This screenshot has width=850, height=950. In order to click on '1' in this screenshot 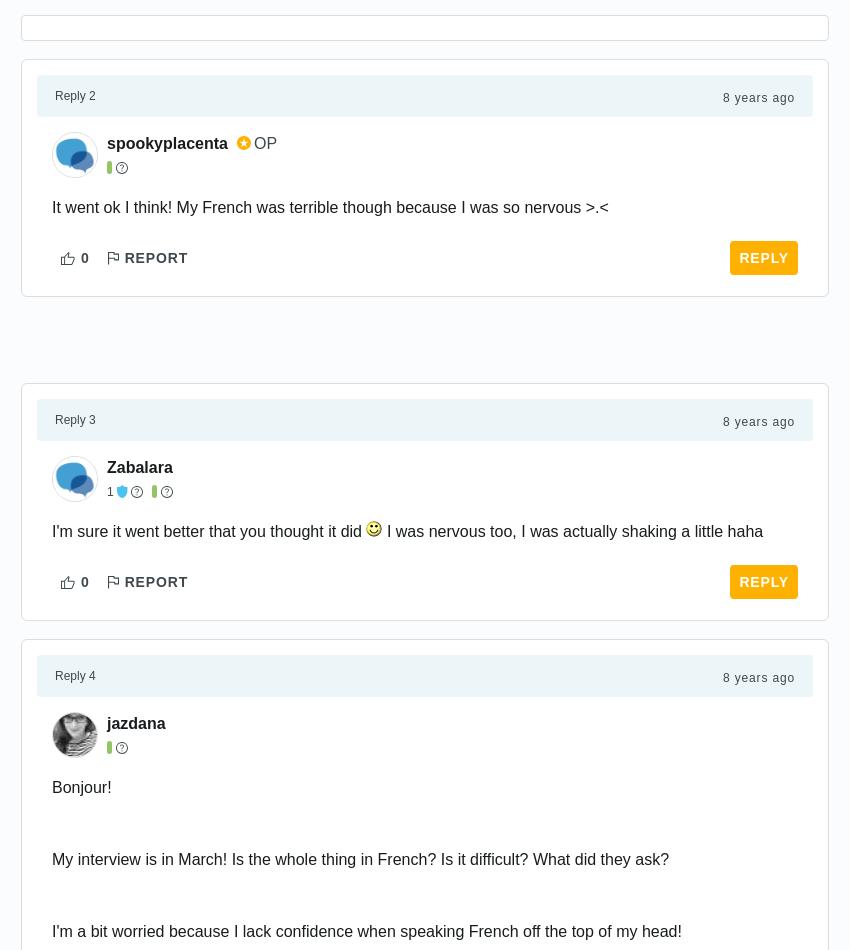, I will do `click(108, 492)`.